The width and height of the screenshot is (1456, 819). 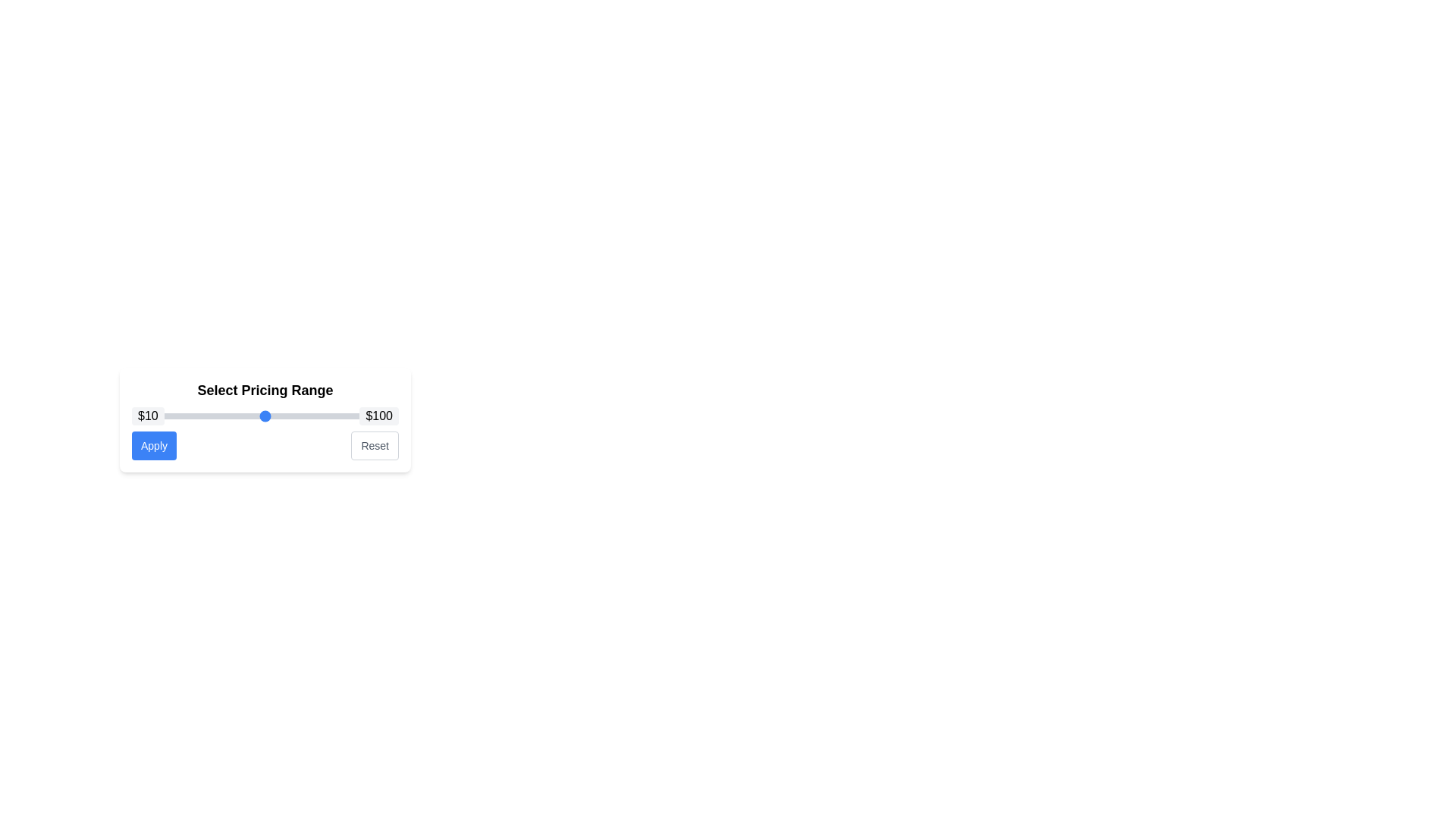 I want to click on the 'Reset' button, which is a rectangular button with a rounded border and gray text, positioned to the right of the 'Apply' button, so click(x=375, y=444).